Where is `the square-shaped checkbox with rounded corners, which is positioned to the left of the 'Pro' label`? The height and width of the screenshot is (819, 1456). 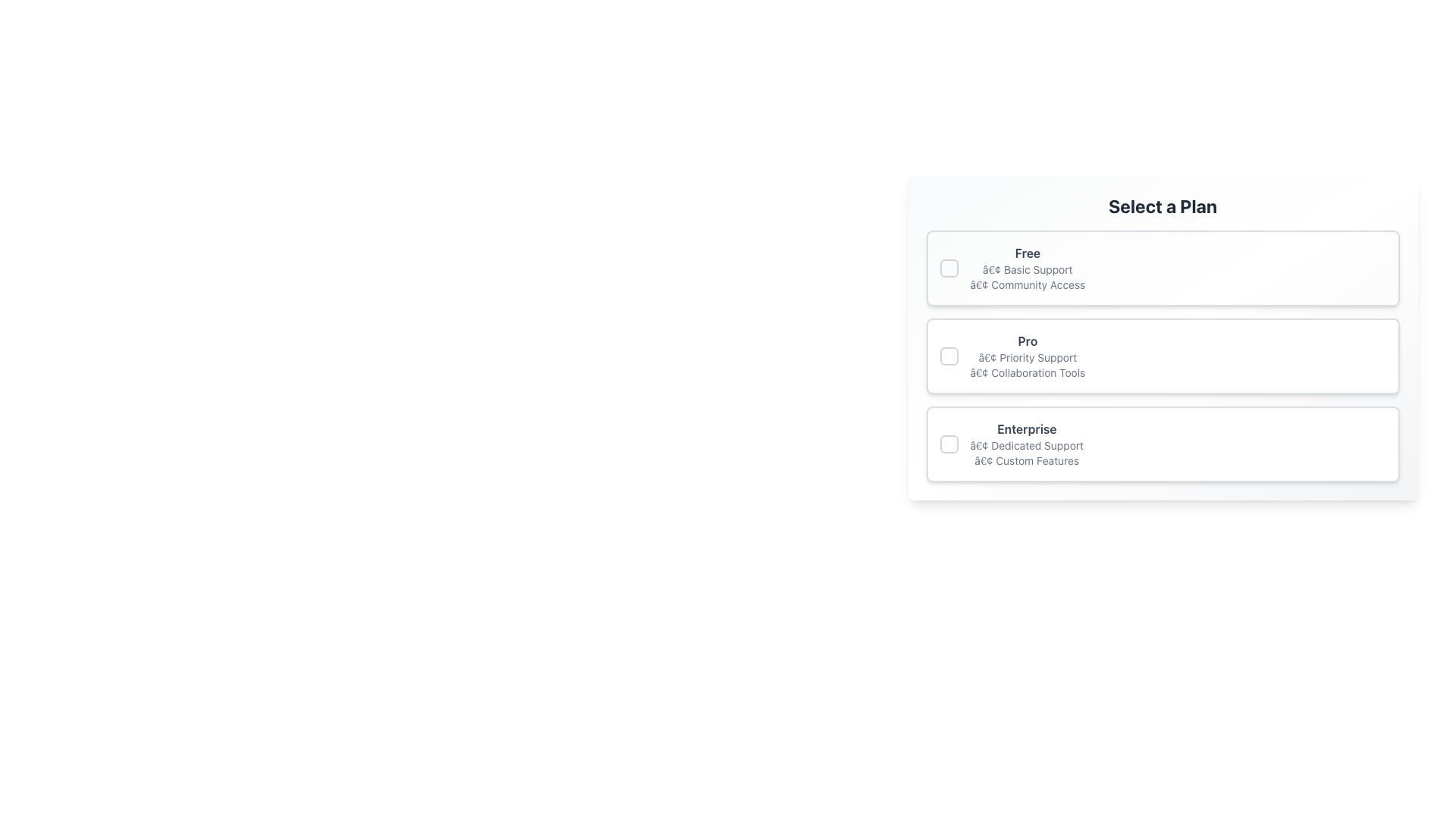
the square-shaped checkbox with rounded corners, which is positioned to the left of the 'Pro' label is located at coordinates (948, 356).